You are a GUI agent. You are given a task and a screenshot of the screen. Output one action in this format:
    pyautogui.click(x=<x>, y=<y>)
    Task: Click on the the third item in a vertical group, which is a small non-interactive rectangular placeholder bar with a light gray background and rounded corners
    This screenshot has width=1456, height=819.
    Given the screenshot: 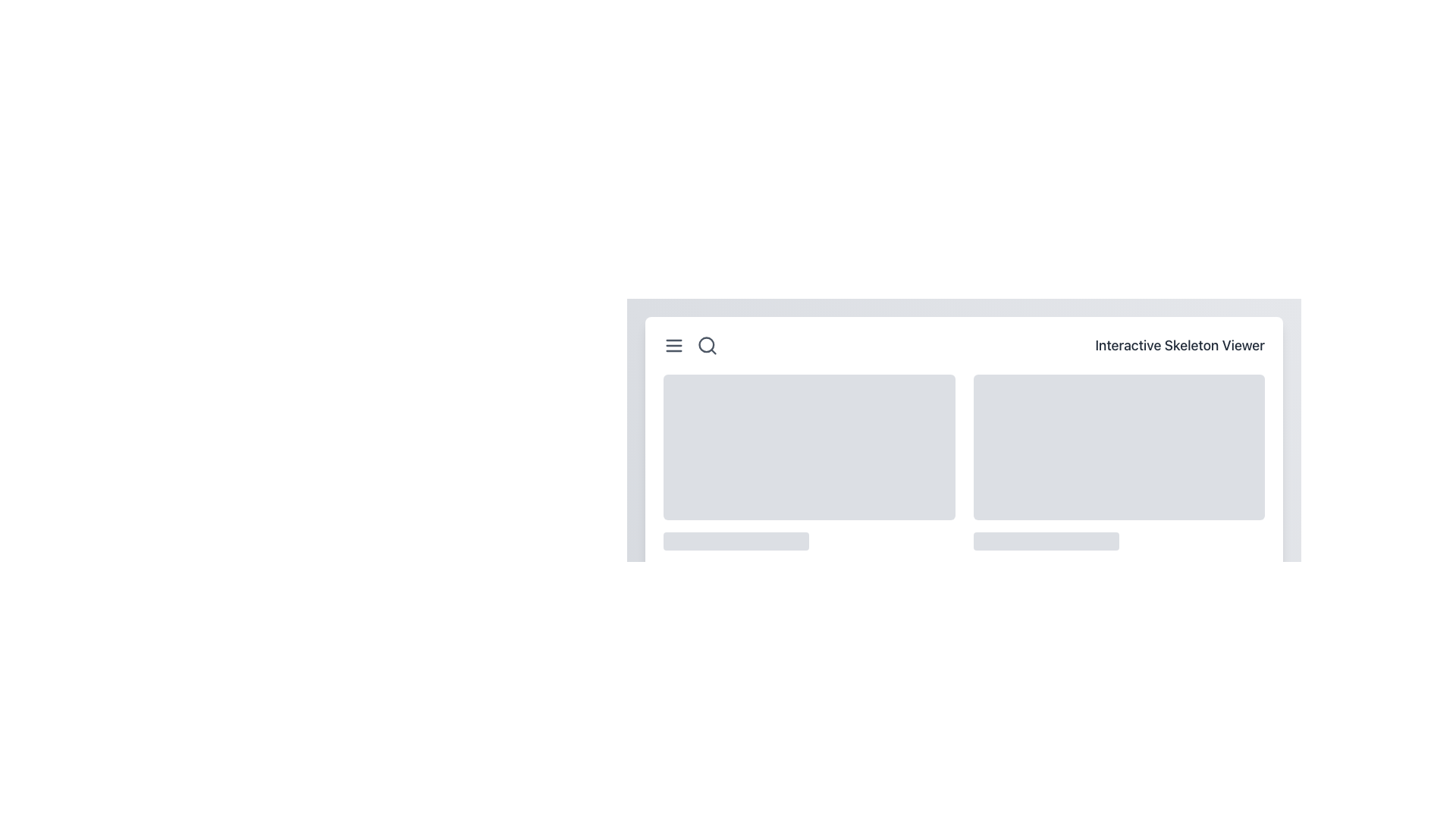 What is the action you would take?
    pyautogui.click(x=1009, y=568)
    